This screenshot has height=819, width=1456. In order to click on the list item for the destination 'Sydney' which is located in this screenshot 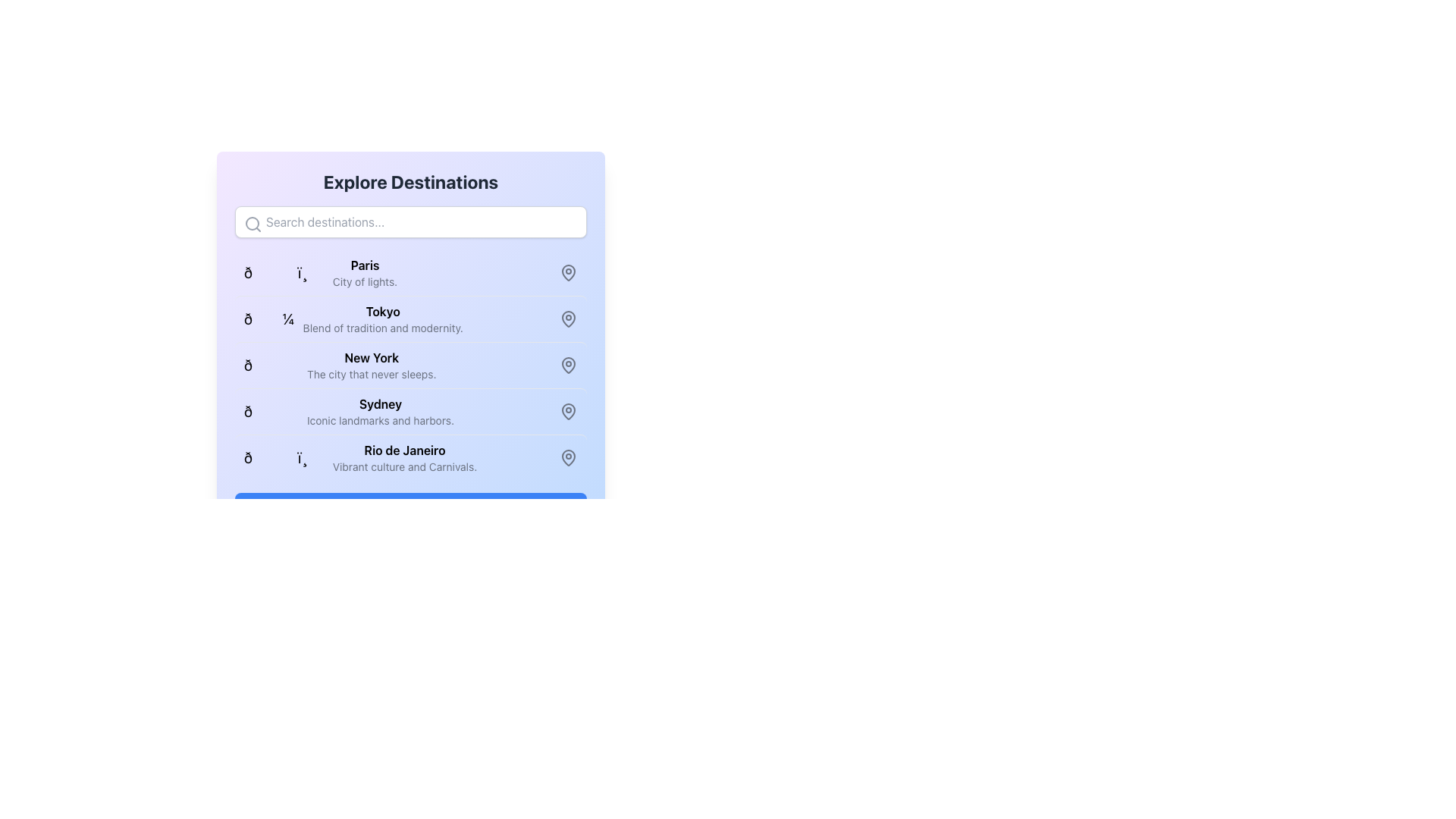, I will do `click(411, 411)`.